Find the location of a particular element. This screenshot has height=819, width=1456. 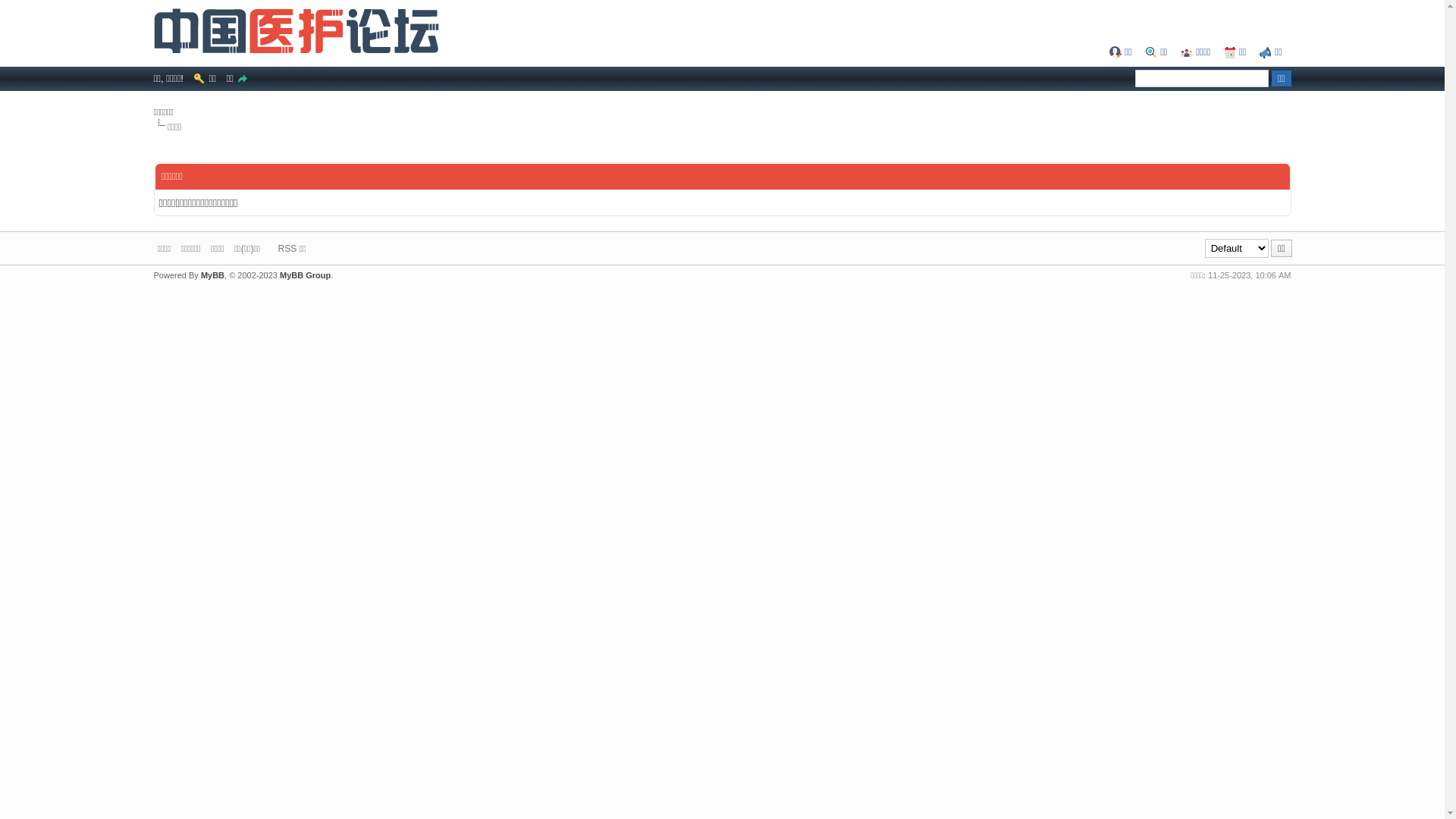

'MyBB Group' is located at coordinates (304, 275).